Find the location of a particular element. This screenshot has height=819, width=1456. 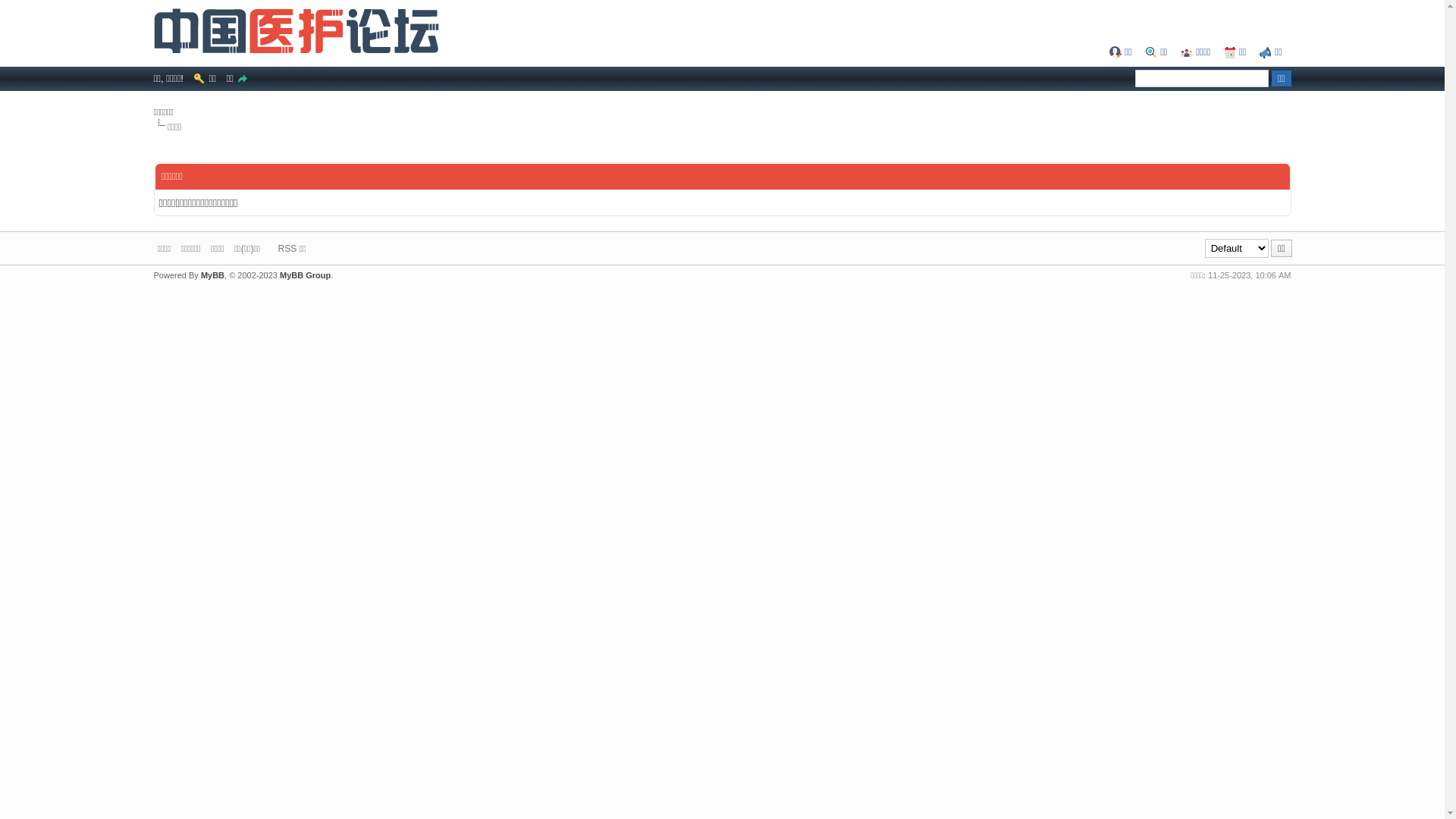

'MyBB Group' is located at coordinates (304, 275).